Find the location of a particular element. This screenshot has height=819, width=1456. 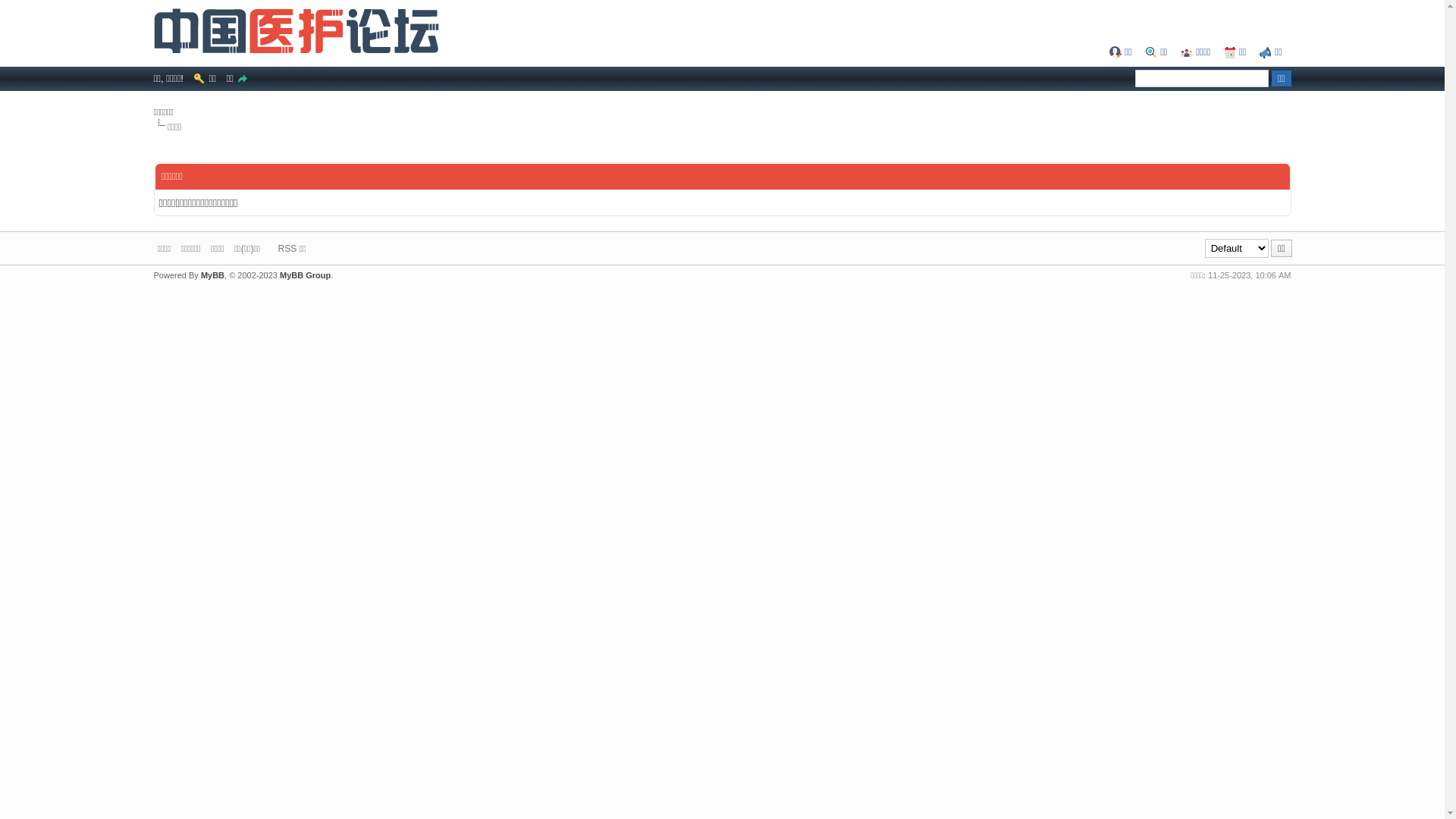

'MyBB Group' is located at coordinates (304, 275).